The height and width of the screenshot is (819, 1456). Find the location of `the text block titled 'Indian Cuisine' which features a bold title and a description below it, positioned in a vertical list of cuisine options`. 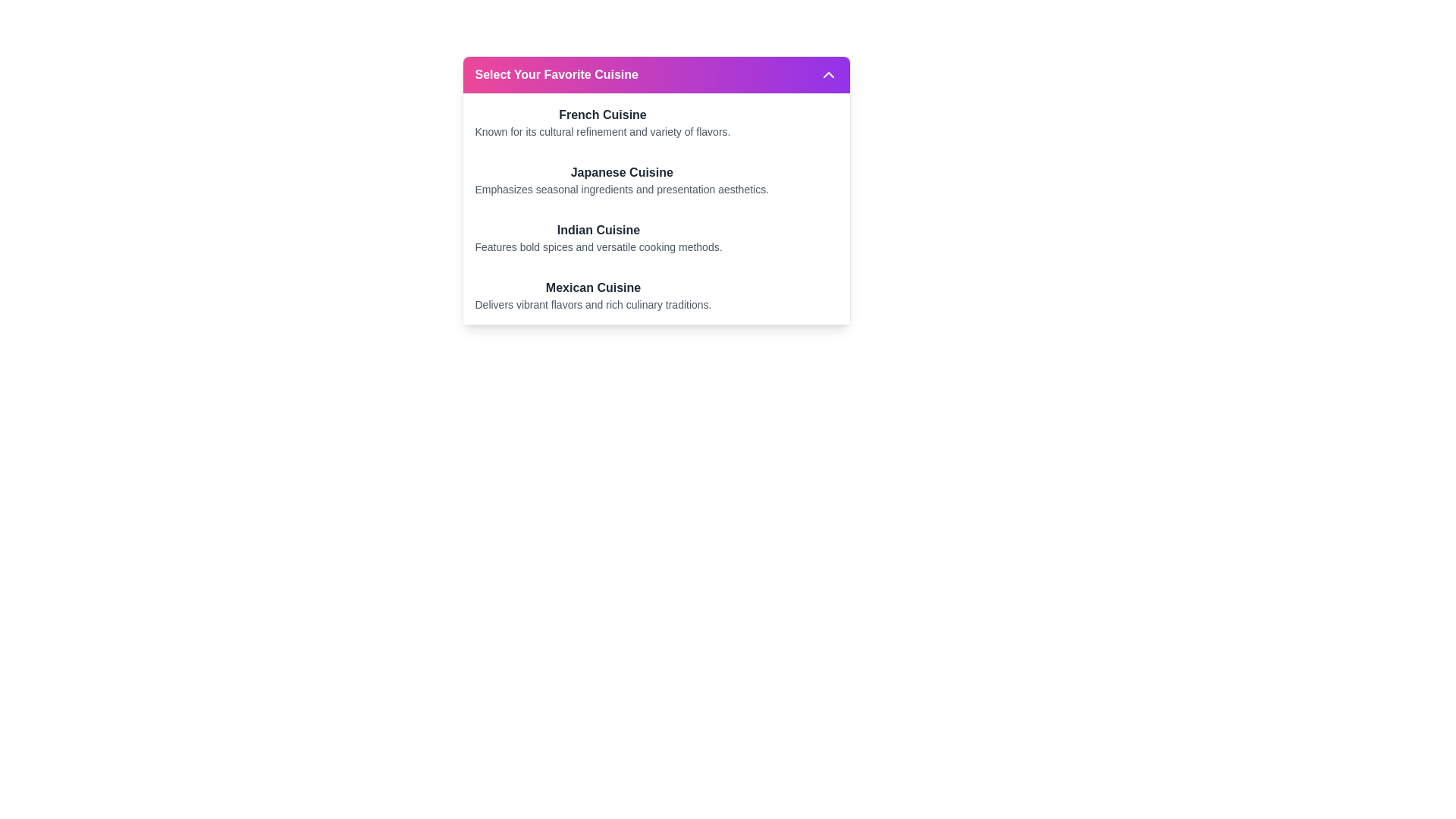

the text block titled 'Indian Cuisine' which features a bold title and a description below it, positioned in a vertical list of cuisine options is located at coordinates (598, 237).